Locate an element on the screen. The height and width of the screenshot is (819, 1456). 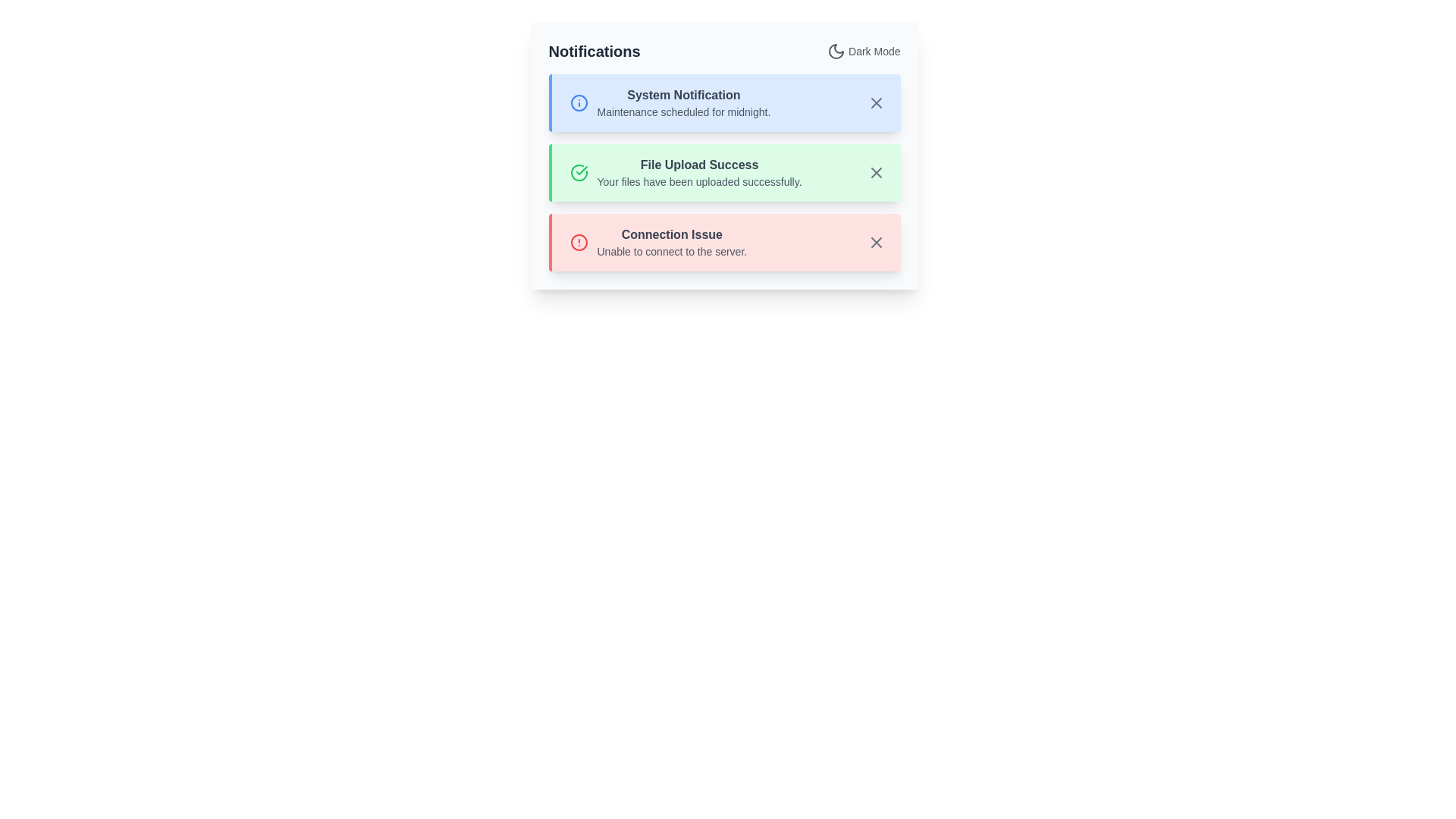
the informational icon located in the top section of the notification box, to the left of the 'System Notification' text is located at coordinates (578, 102).